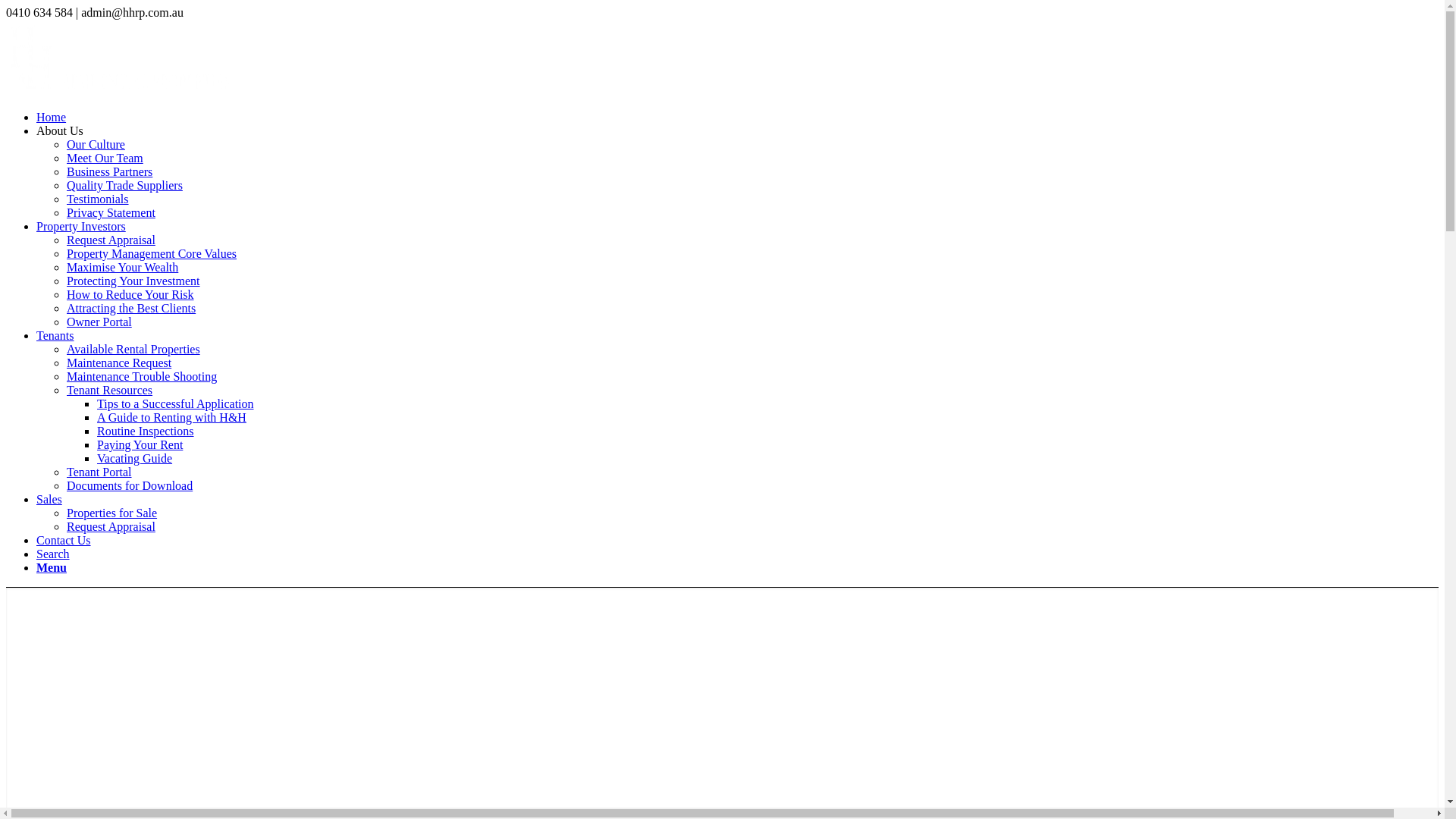 This screenshot has height=819, width=1456. What do you see at coordinates (96, 457) in the screenshot?
I see `'Vacating Guide'` at bounding box center [96, 457].